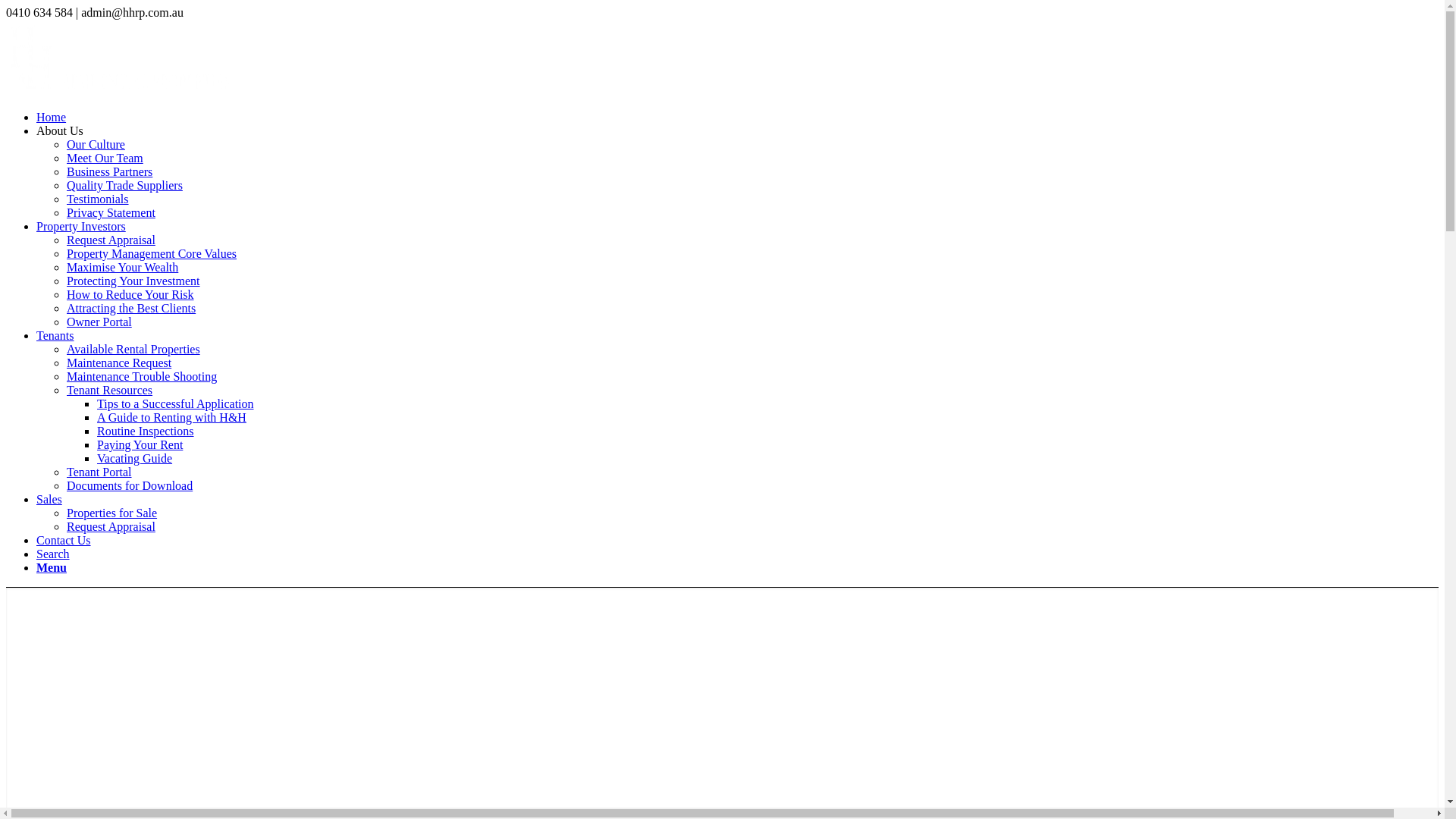 This screenshot has height=819, width=1456. What do you see at coordinates (96, 457) in the screenshot?
I see `'Vacating Guide'` at bounding box center [96, 457].